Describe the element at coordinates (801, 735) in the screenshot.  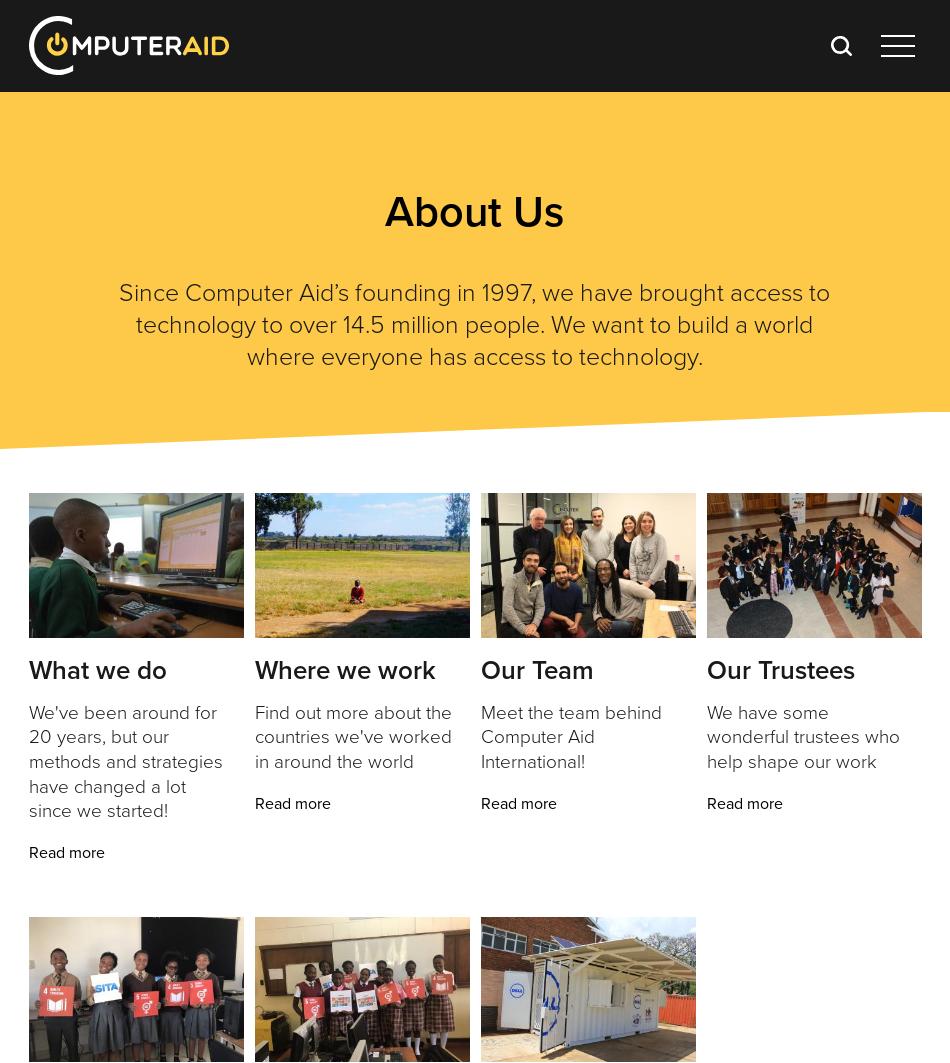
I see `'We have some wonderful trustees who help shape our work'` at that location.